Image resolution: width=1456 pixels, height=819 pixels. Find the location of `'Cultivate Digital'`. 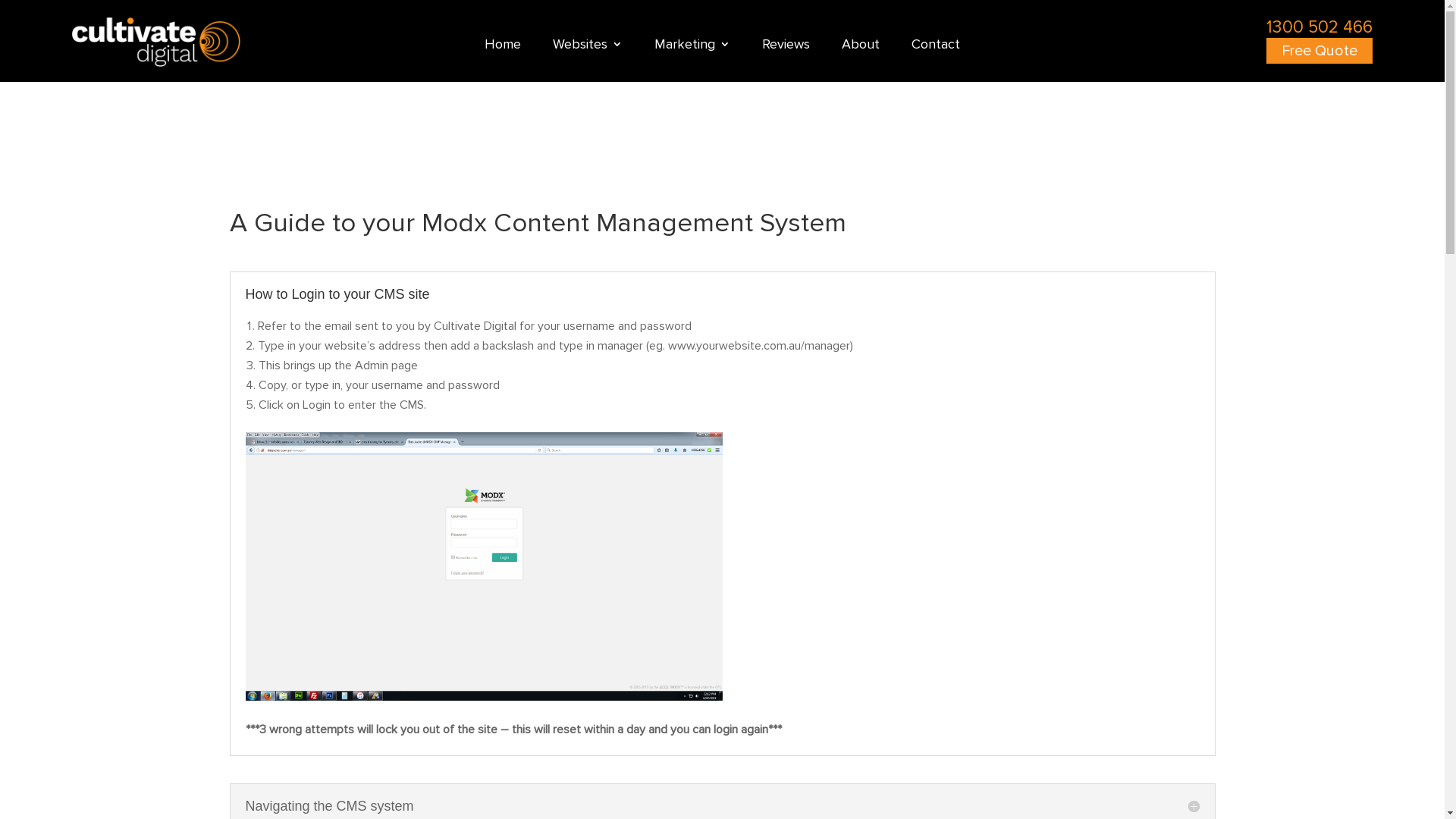

'Cultivate Digital' is located at coordinates (156, 41).